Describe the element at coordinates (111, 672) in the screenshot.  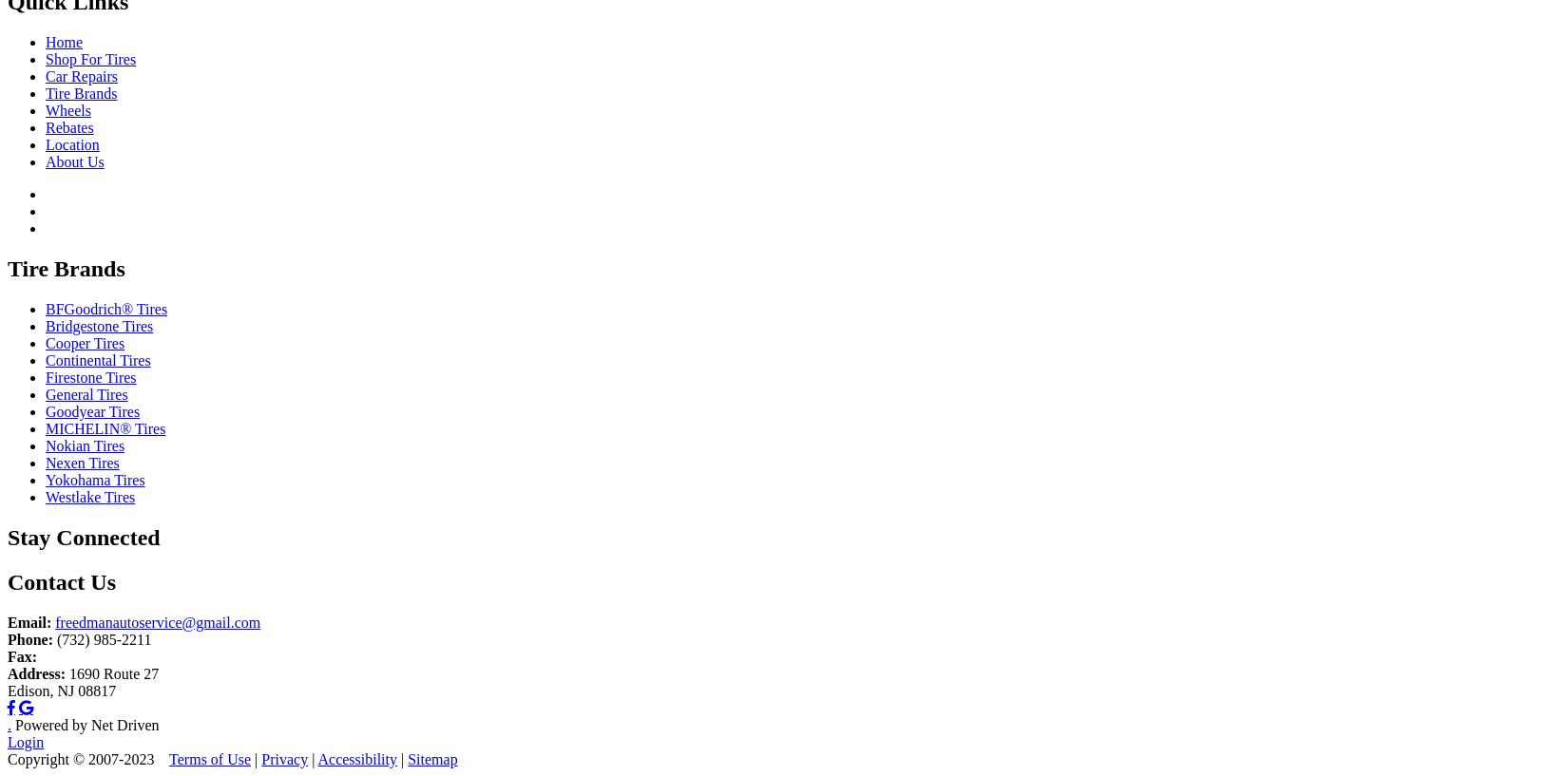
I see `'1690 Route 27'` at that location.